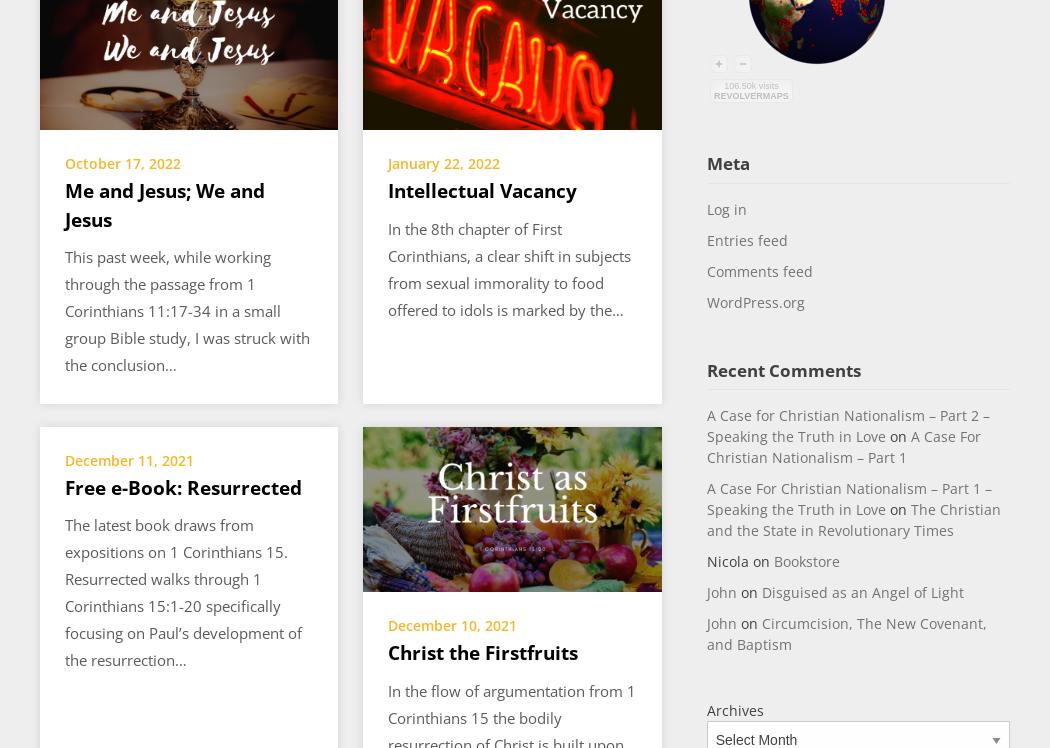 This screenshot has width=1050, height=748. I want to click on 'Me and Jesus; We and Jesus', so click(164, 205).